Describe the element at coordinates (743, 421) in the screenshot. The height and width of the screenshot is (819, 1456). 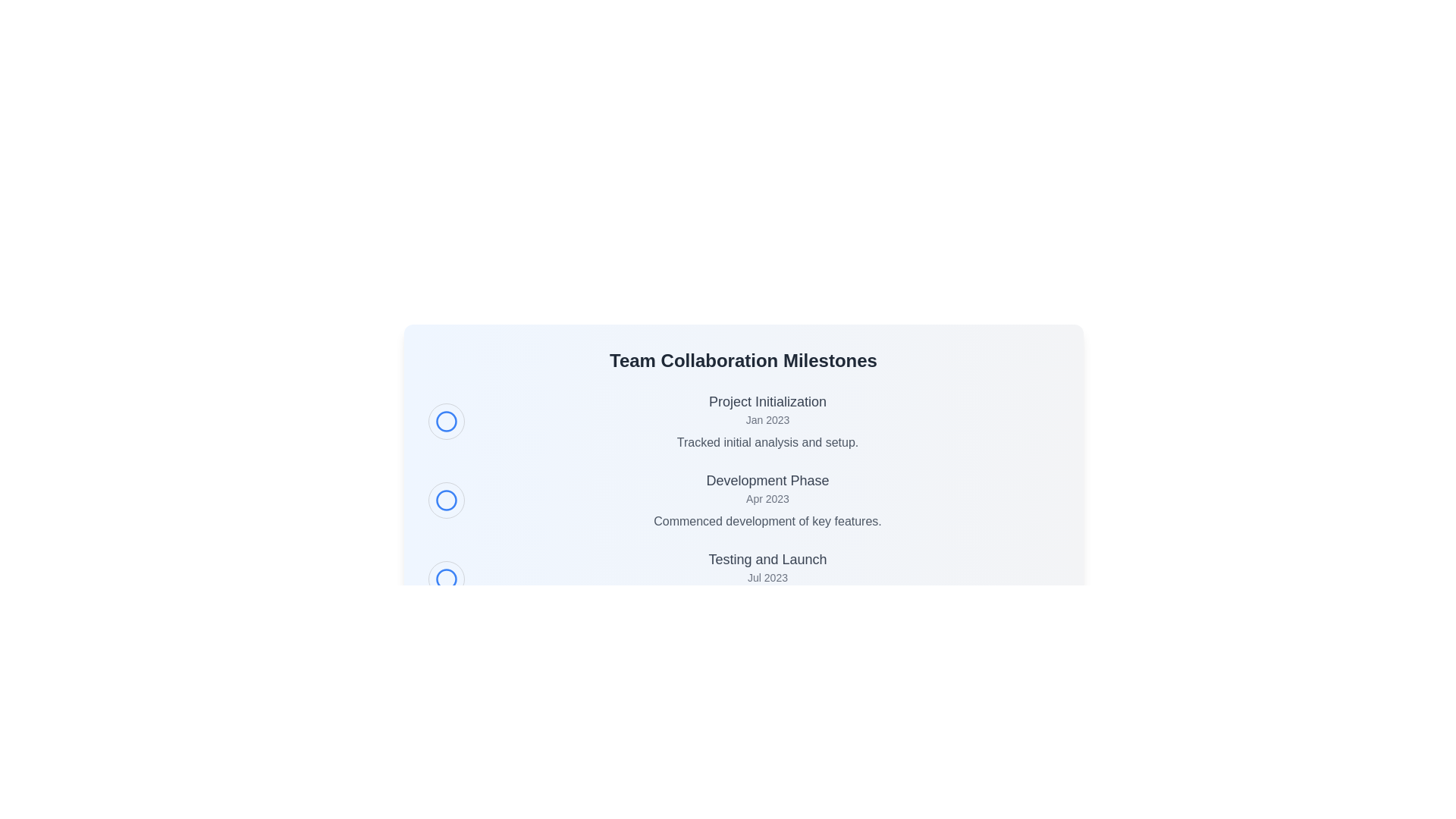
I see `the list item representing 'Project Initialization' milestone in the 'Team Collaboration Milestones' section` at that location.